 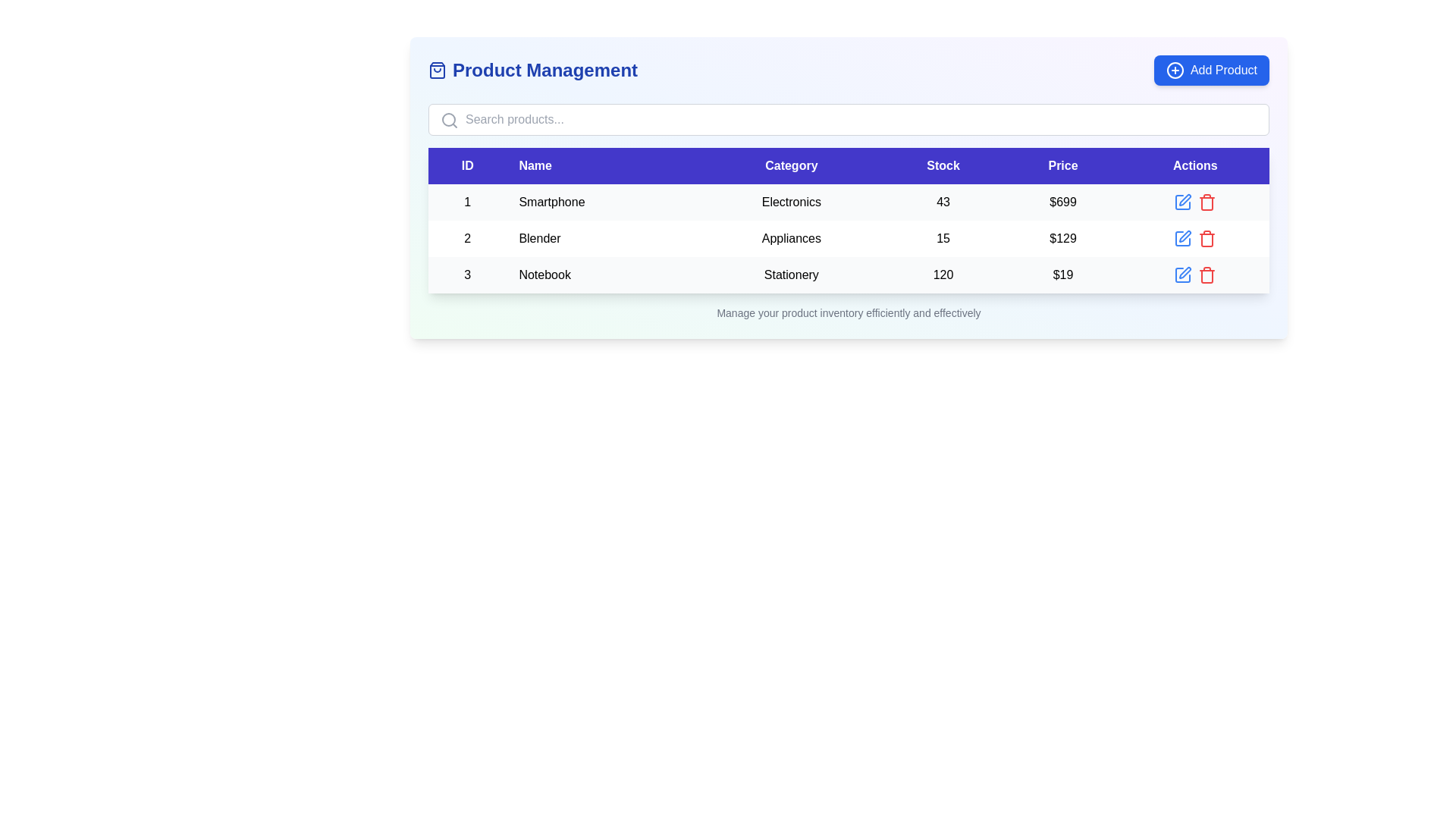 What do you see at coordinates (790, 275) in the screenshot?
I see `the 'Category' text label for the product 'Notebook' located in the third row and third column of the table` at bounding box center [790, 275].